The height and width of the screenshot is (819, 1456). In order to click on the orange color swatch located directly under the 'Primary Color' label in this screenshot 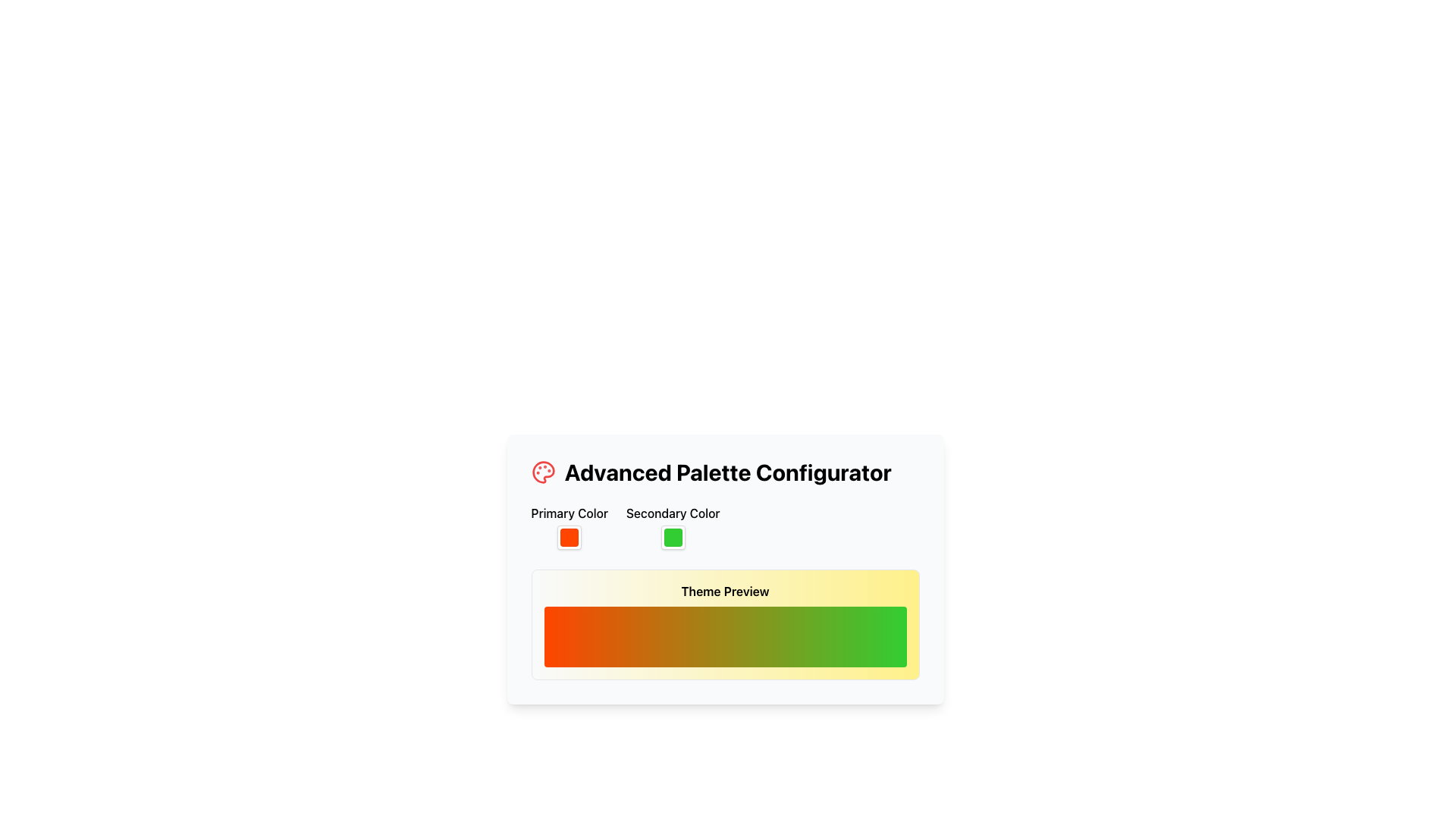, I will do `click(569, 526)`.